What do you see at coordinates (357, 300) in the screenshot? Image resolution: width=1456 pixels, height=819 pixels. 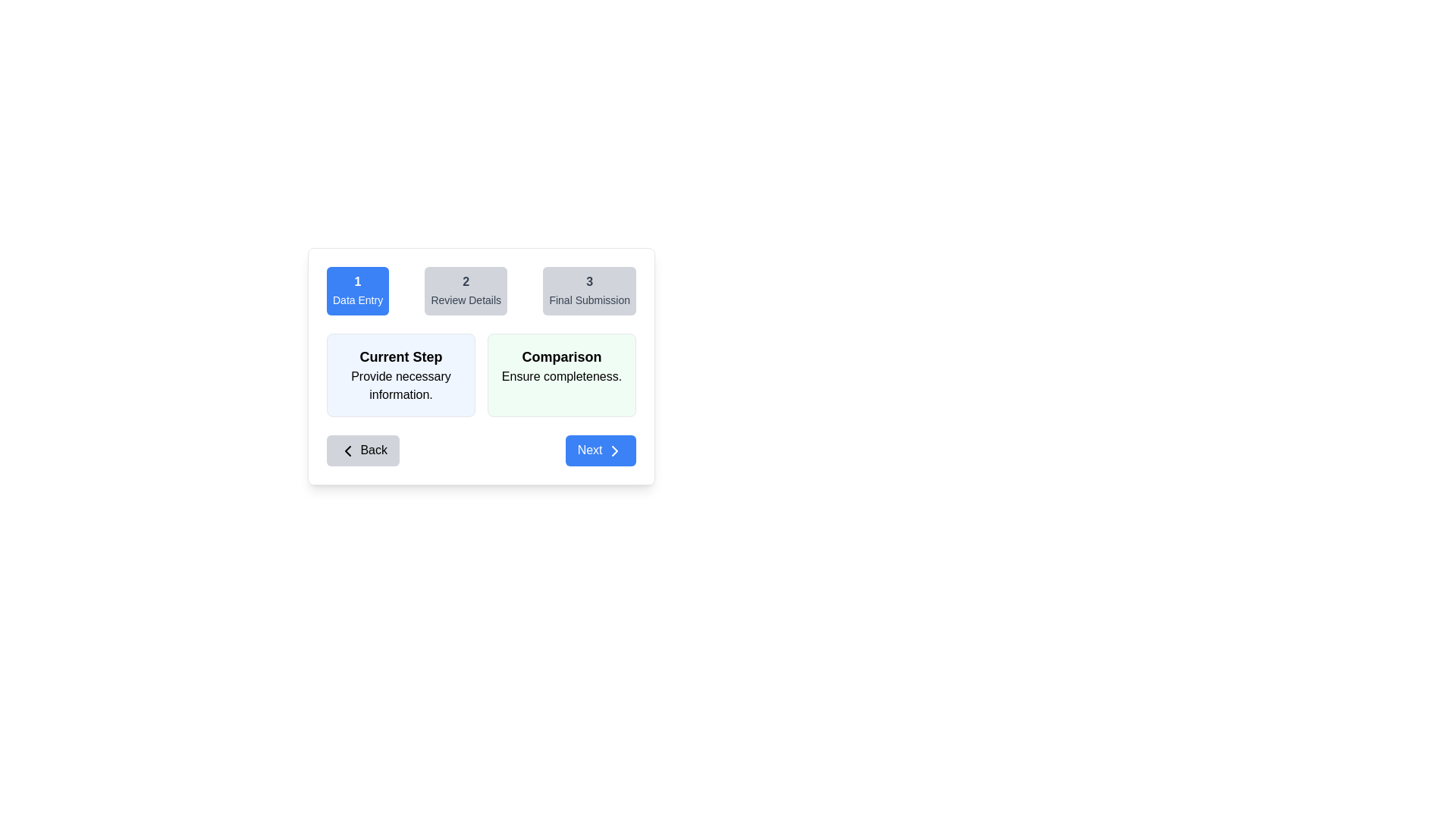 I see `the text label displaying 'Data Entry' which is styled with white text on a blue background and positioned beneath the number '1'` at bounding box center [357, 300].